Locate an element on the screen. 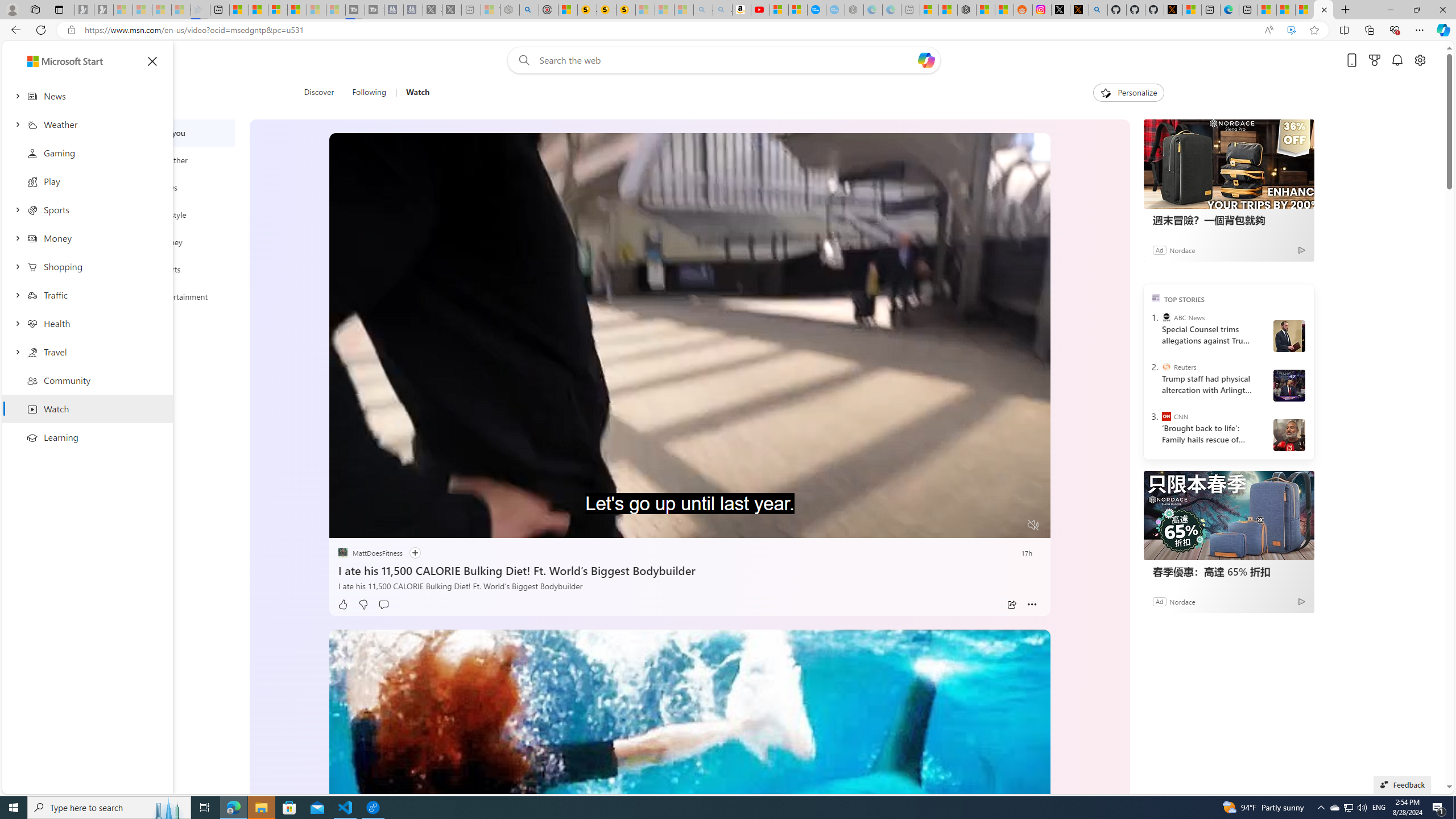 This screenshot has width=1456, height=819. 'CNN' is located at coordinates (1166, 416).